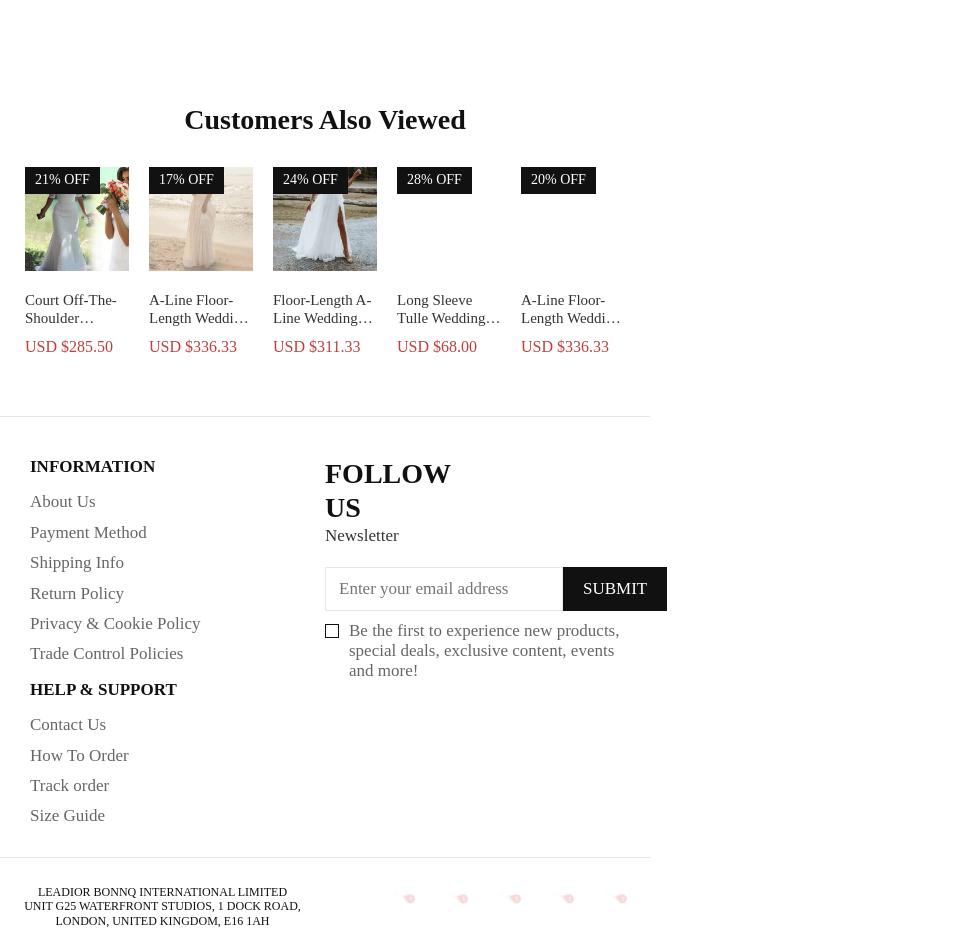 This screenshot has height=945, width=960. Describe the element at coordinates (28, 688) in the screenshot. I see `'HELP & SUPPORT'` at that location.